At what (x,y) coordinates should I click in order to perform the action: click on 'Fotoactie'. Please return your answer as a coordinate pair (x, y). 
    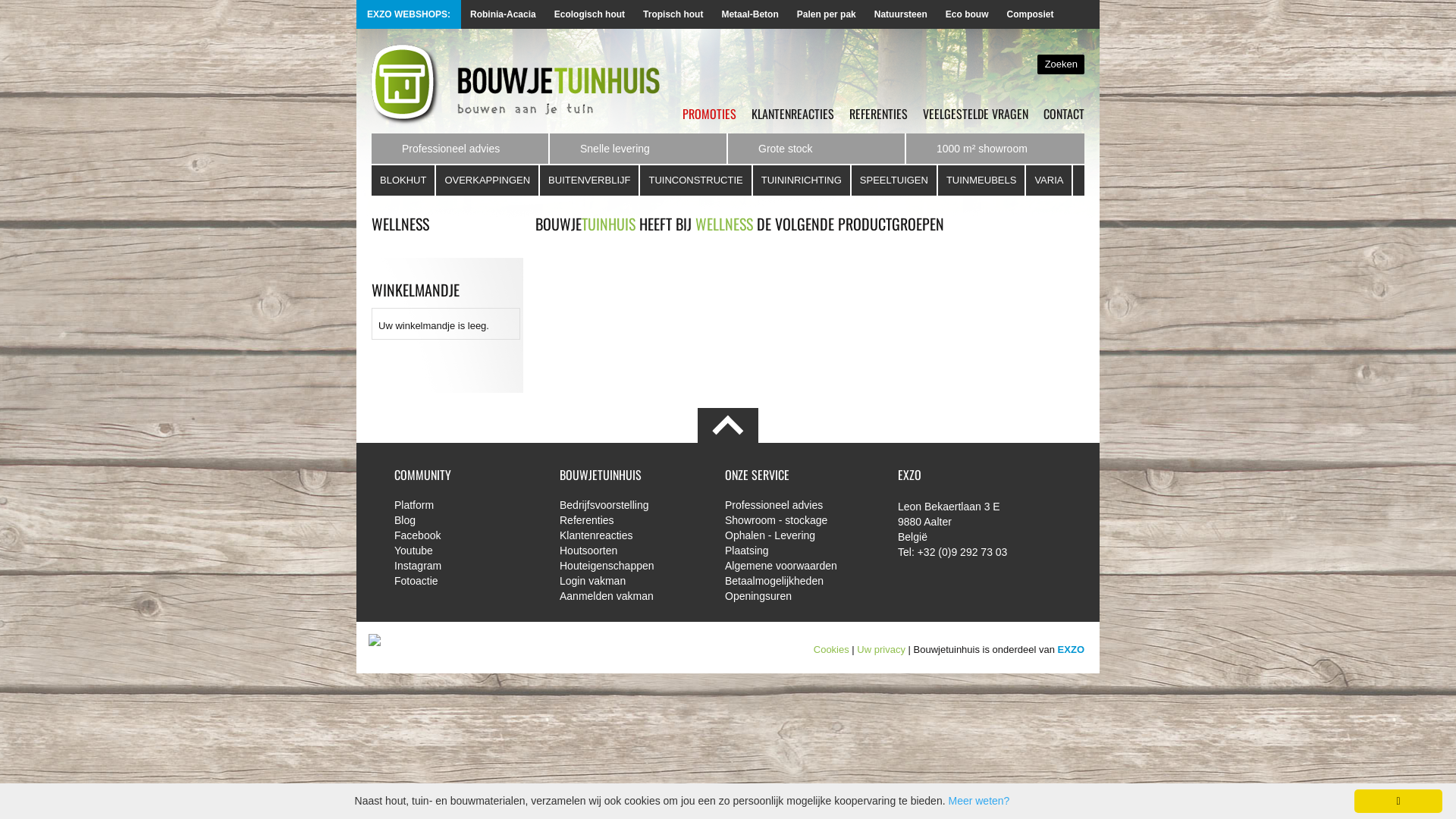
    Looking at the image, I should click on (465, 580).